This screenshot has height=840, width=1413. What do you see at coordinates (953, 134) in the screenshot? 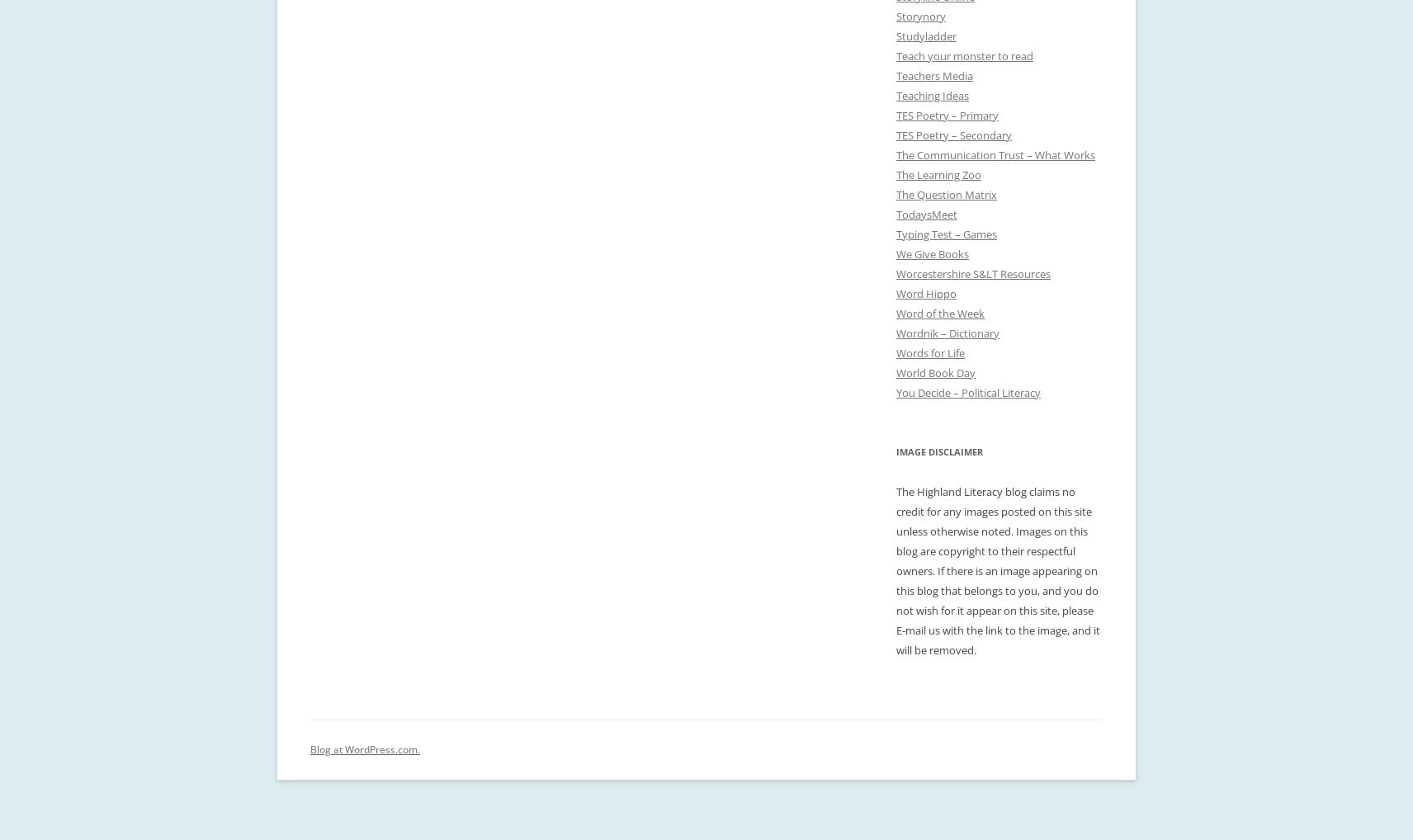
I see `'TES Poetry – Secondary'` at bounding box center [953, 134].